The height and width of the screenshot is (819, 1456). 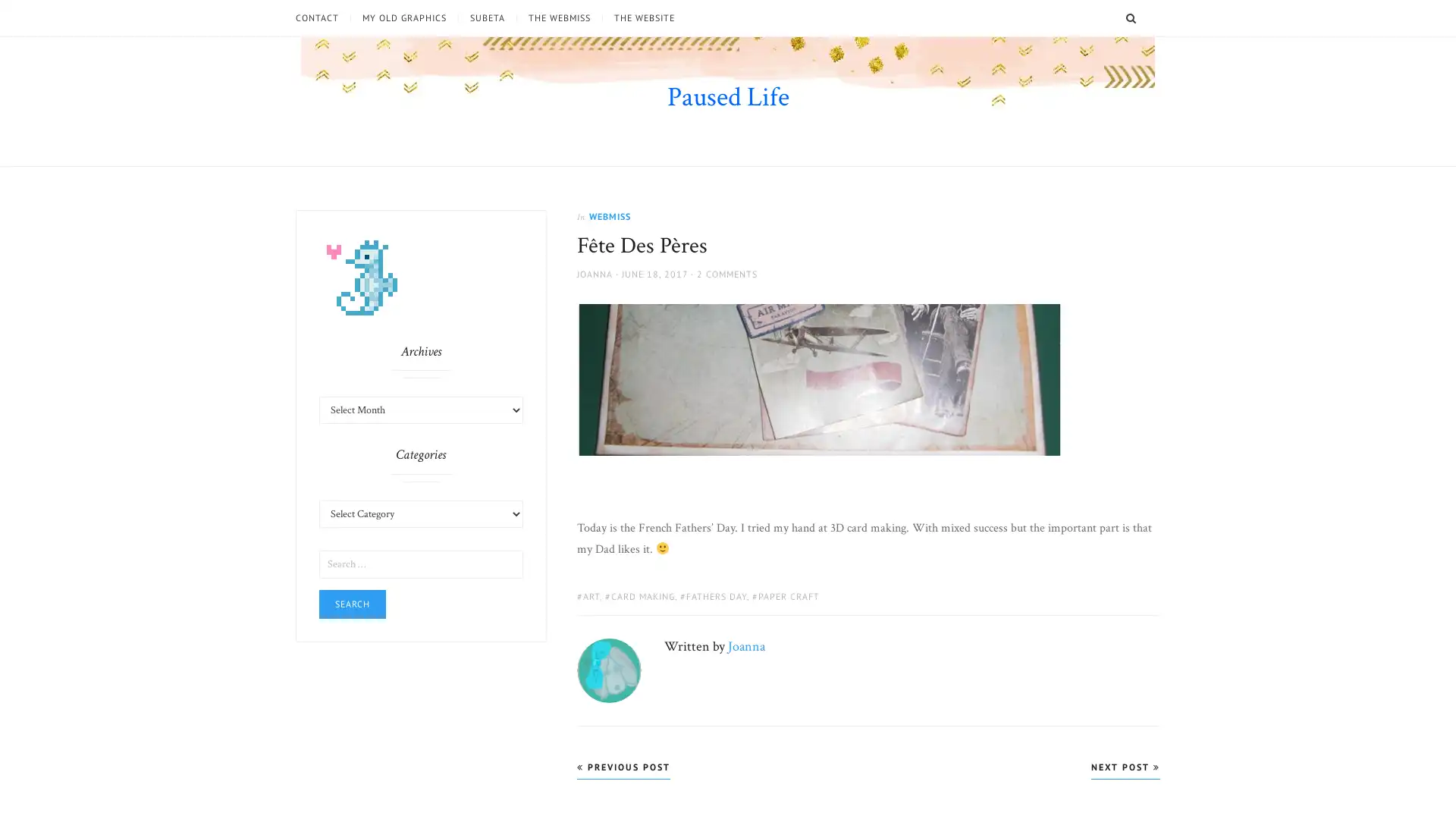 What do you see at coordinates (1150, 17) in the screenshot?
I see `SEARCH` at bounding box center [1150, 17].